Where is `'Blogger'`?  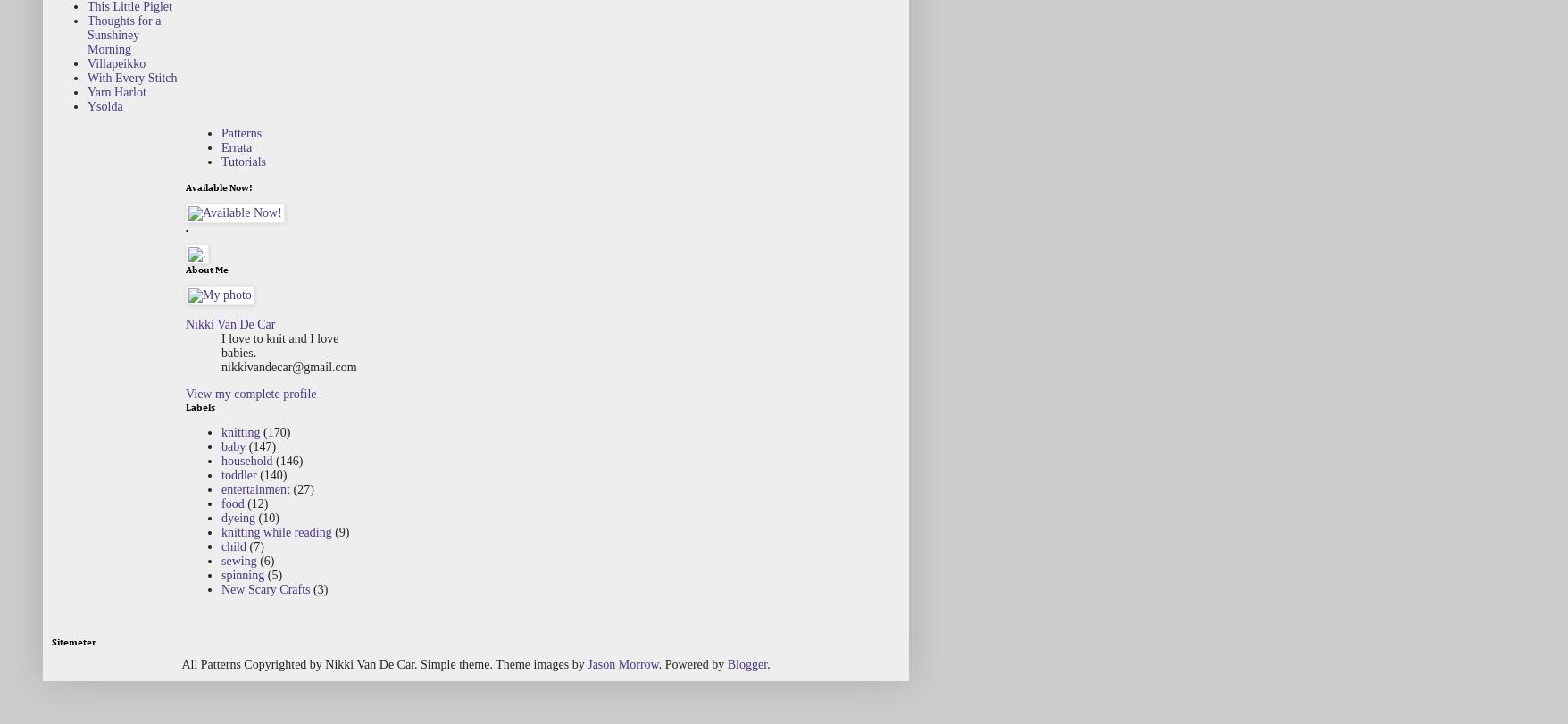
'Blogger' is located at coordinates (726, 662).